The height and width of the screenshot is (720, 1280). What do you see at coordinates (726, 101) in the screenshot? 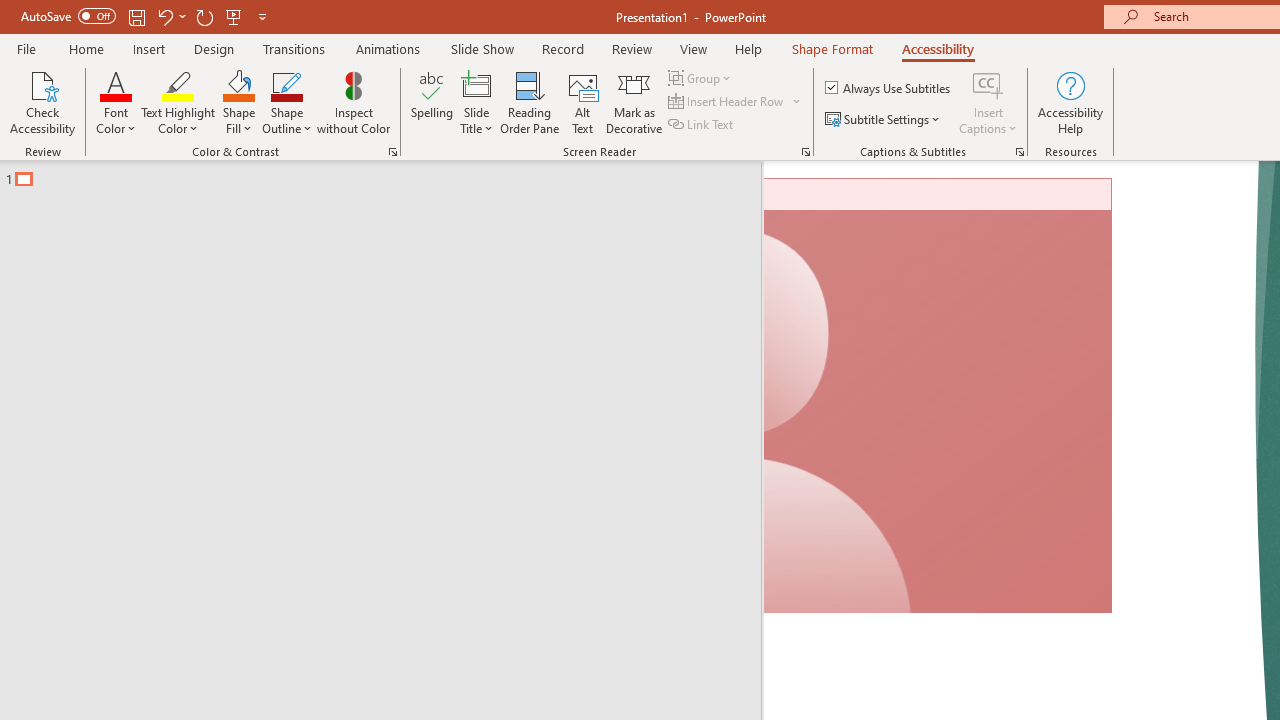
I see `'Insert Header Row'` at bounding box center [726, 101].